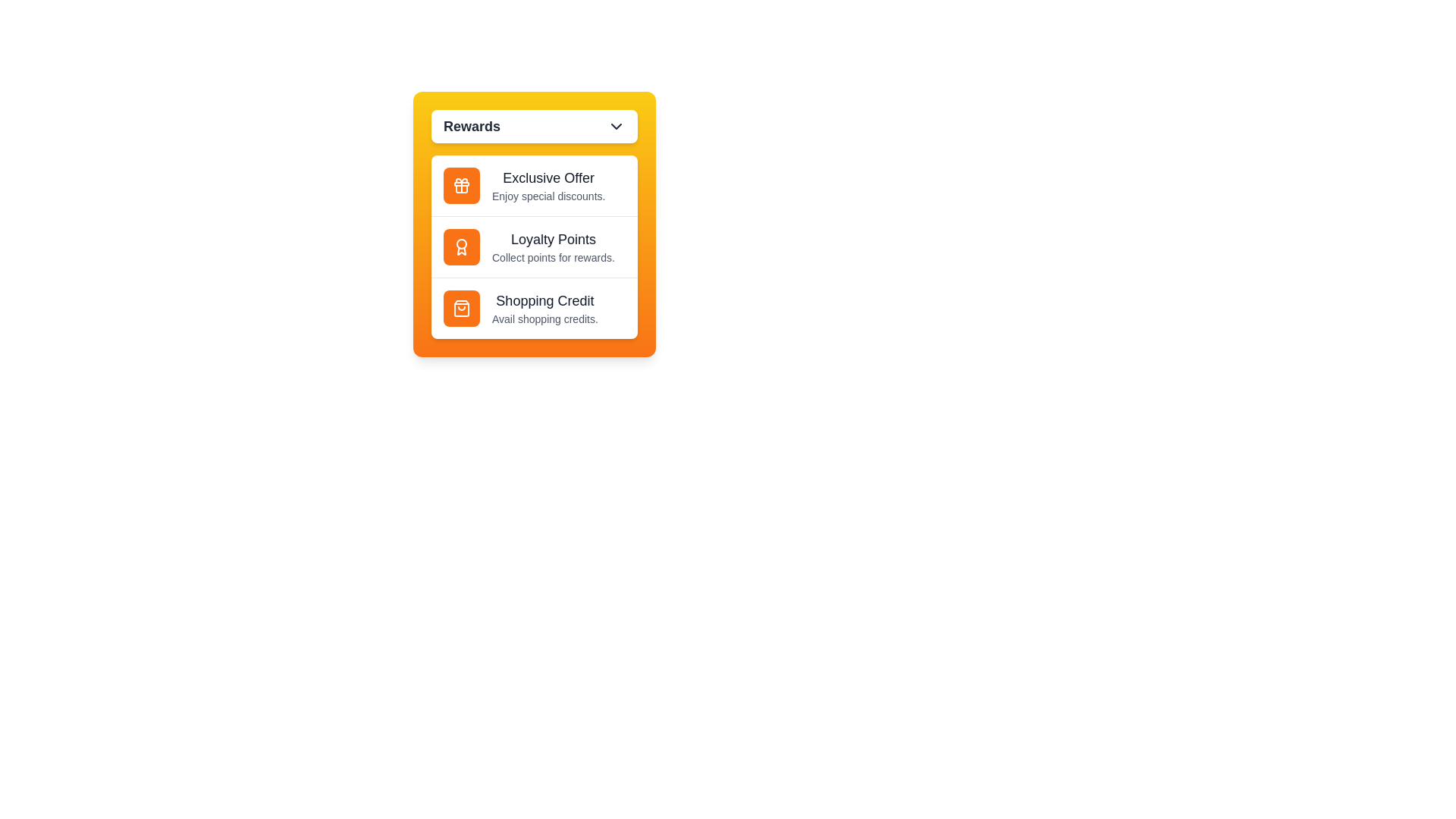 This screenshot has height=819, width=1456. Describe the element at coordinates (461, 246) in the screenshot. I see `the loyalty points icon, which is visually represented within a rounded rectangular box with an orange background, located to the left of the 'Loyalty Points' text` at that location.